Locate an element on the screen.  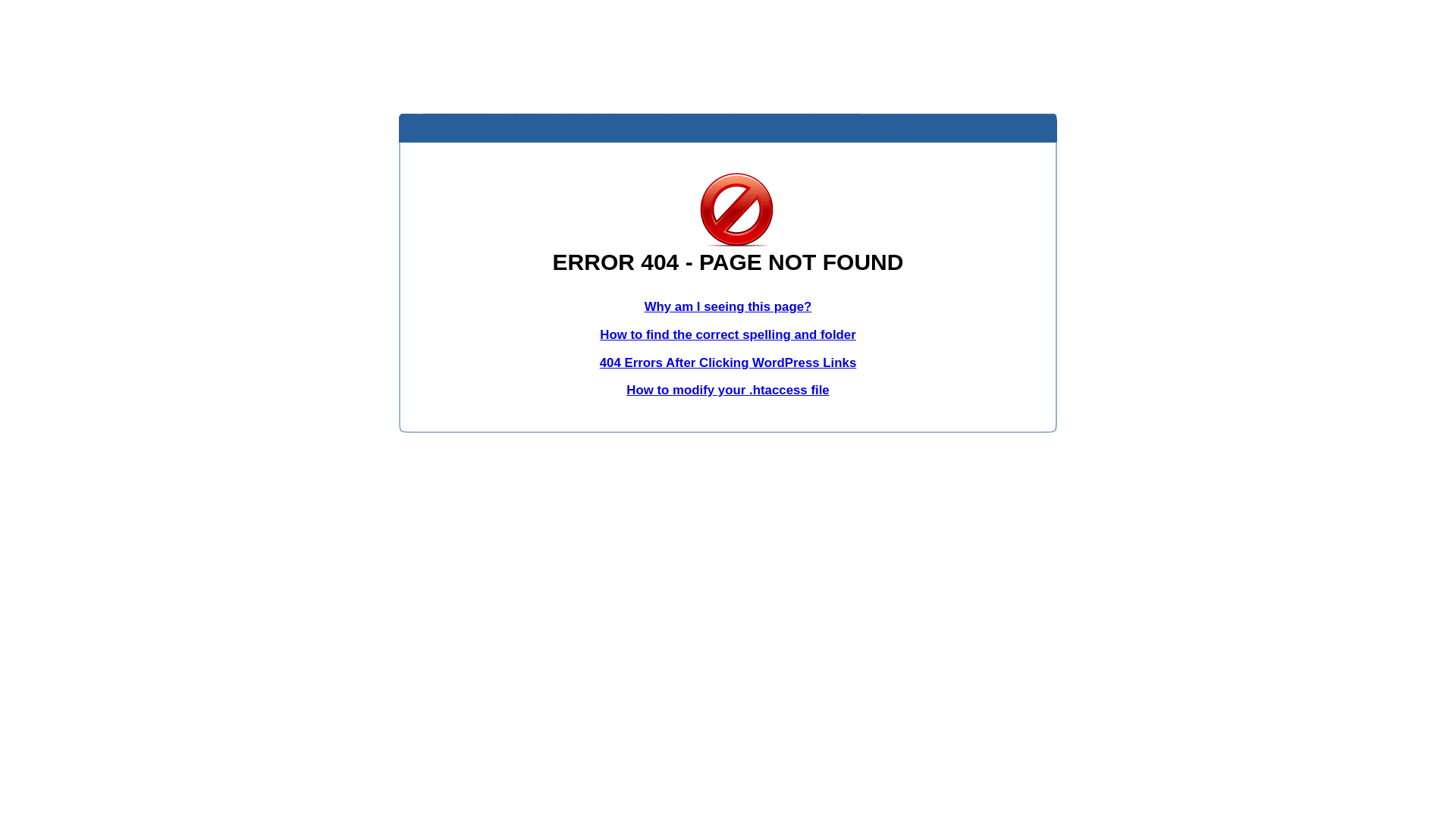
'Why am I seeing this page?' is located at coordinates (728, 306).